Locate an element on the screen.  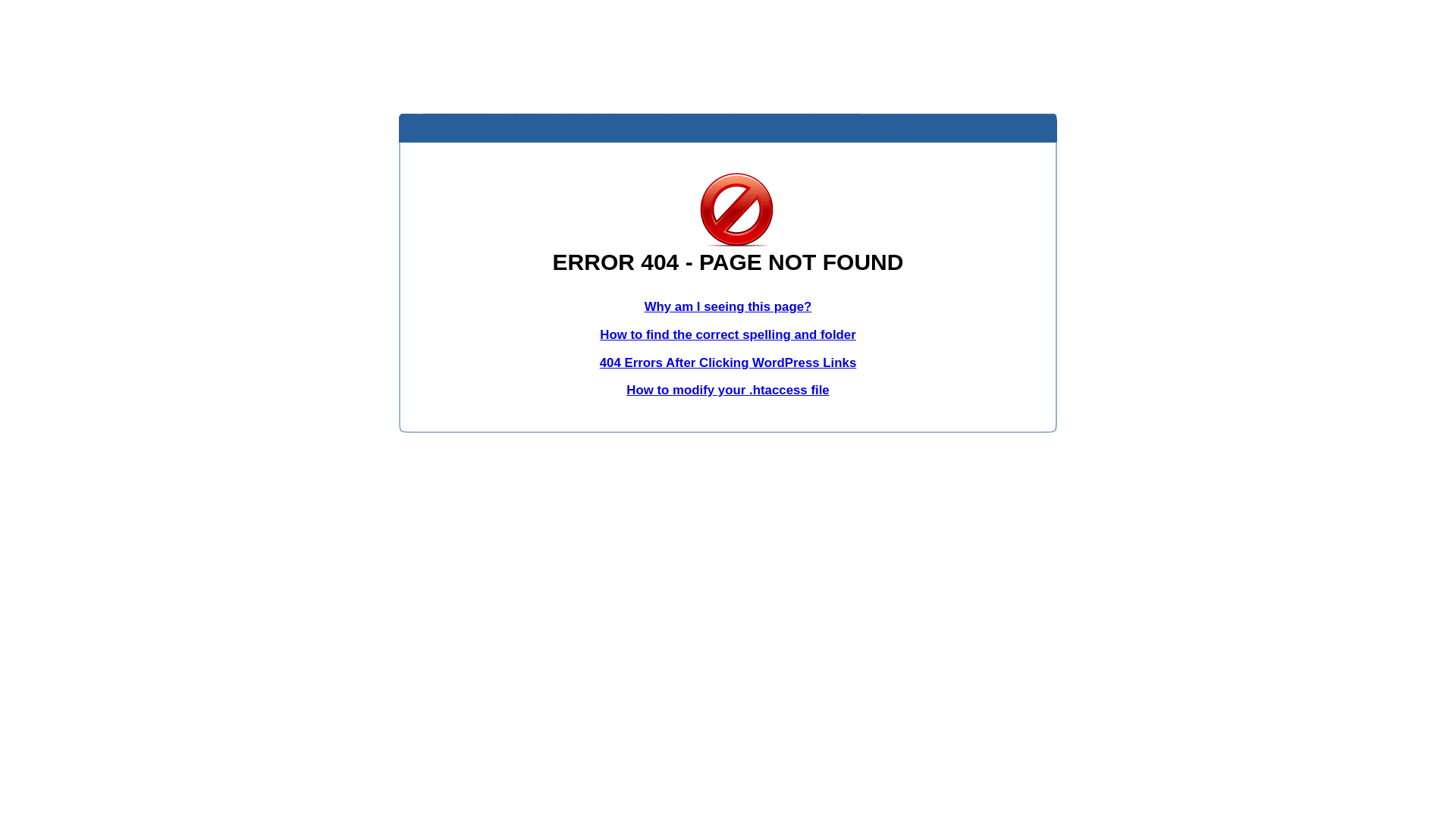
'Why am I seeing this page?' is located at coordinates (728, 306).